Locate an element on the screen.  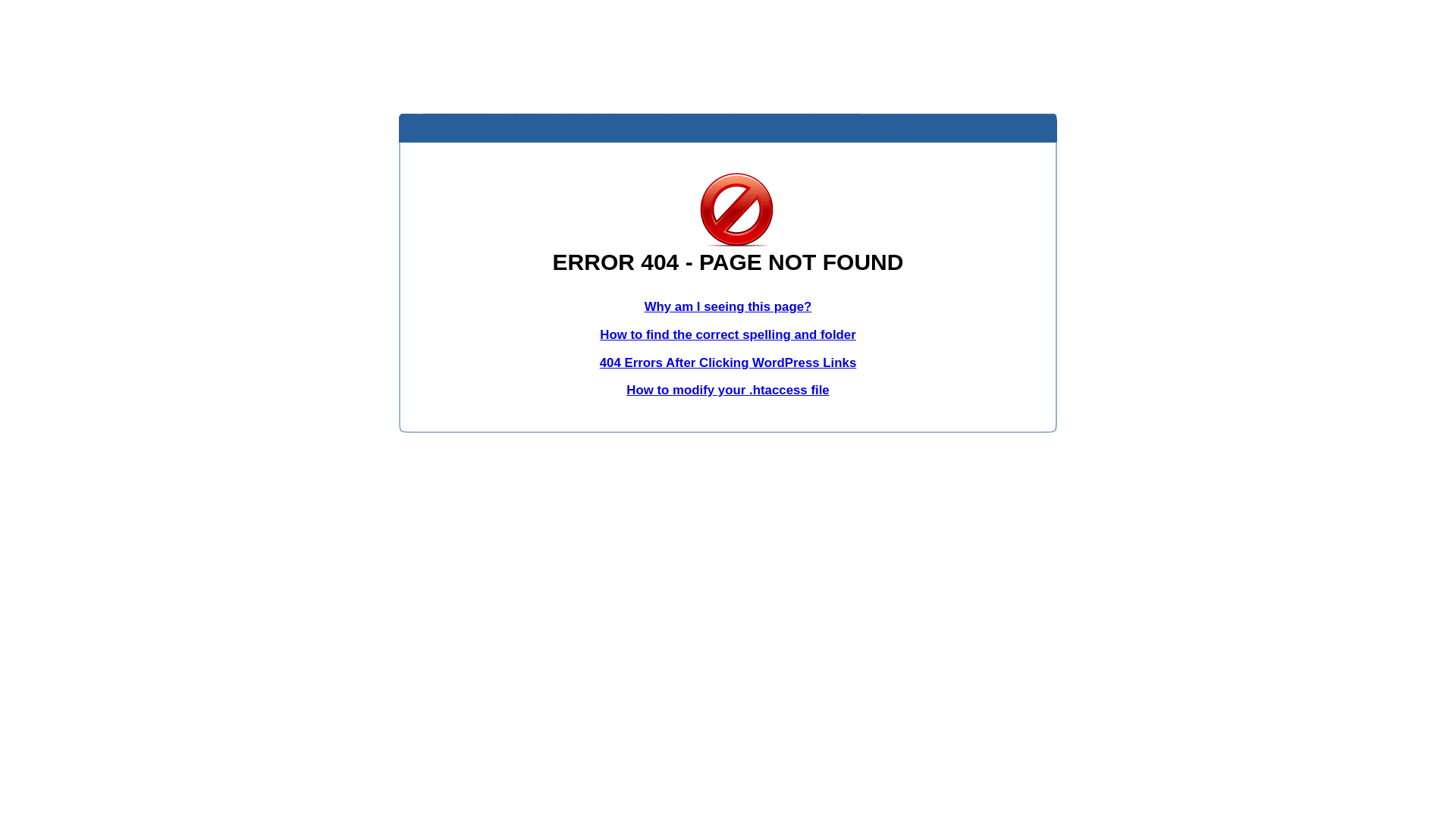
'Why am I seeing this page?' is located at coordinates (728, 306).